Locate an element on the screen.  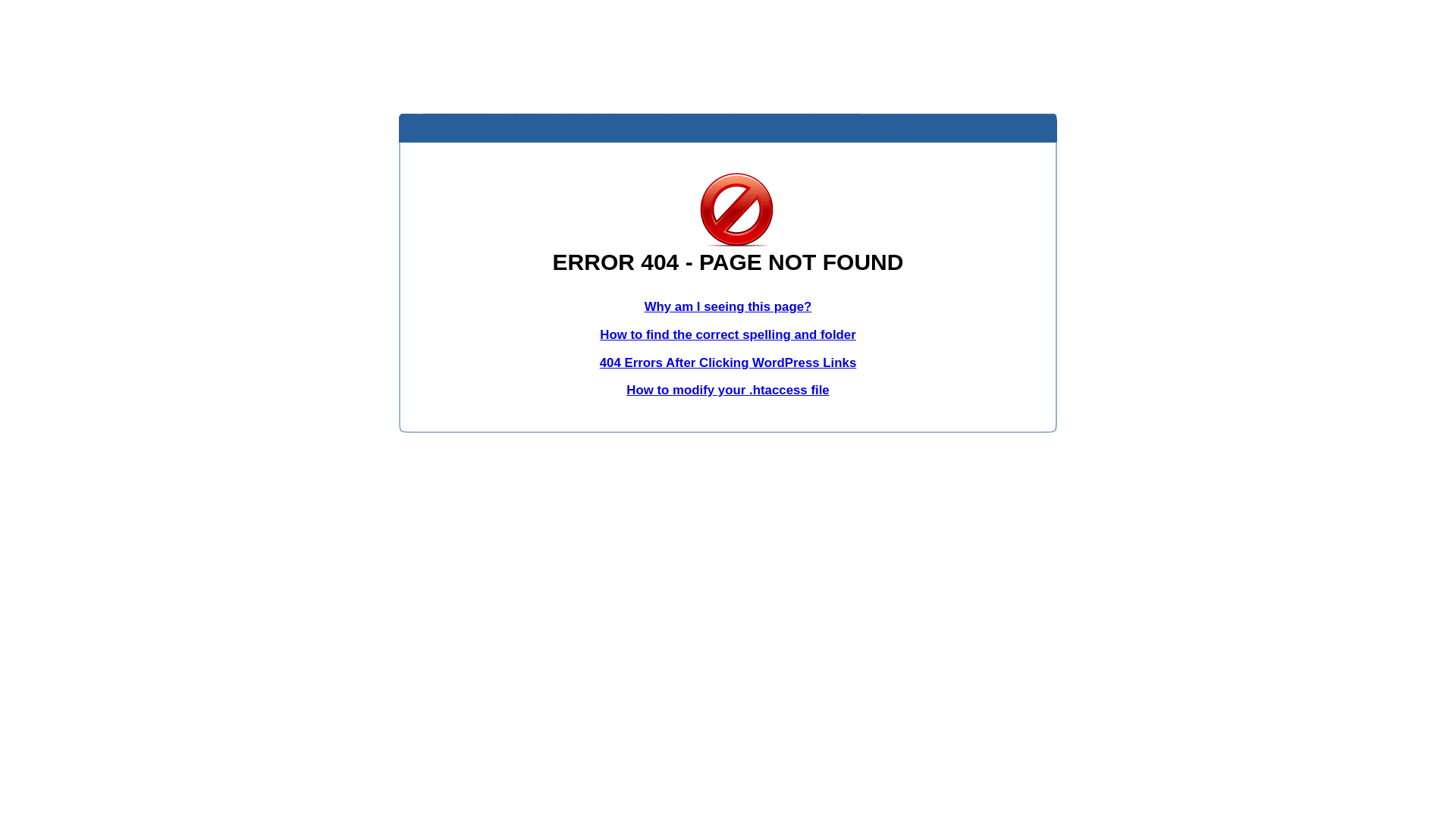
'Why am I seeing this page?' is located at coordinates (728, 306).